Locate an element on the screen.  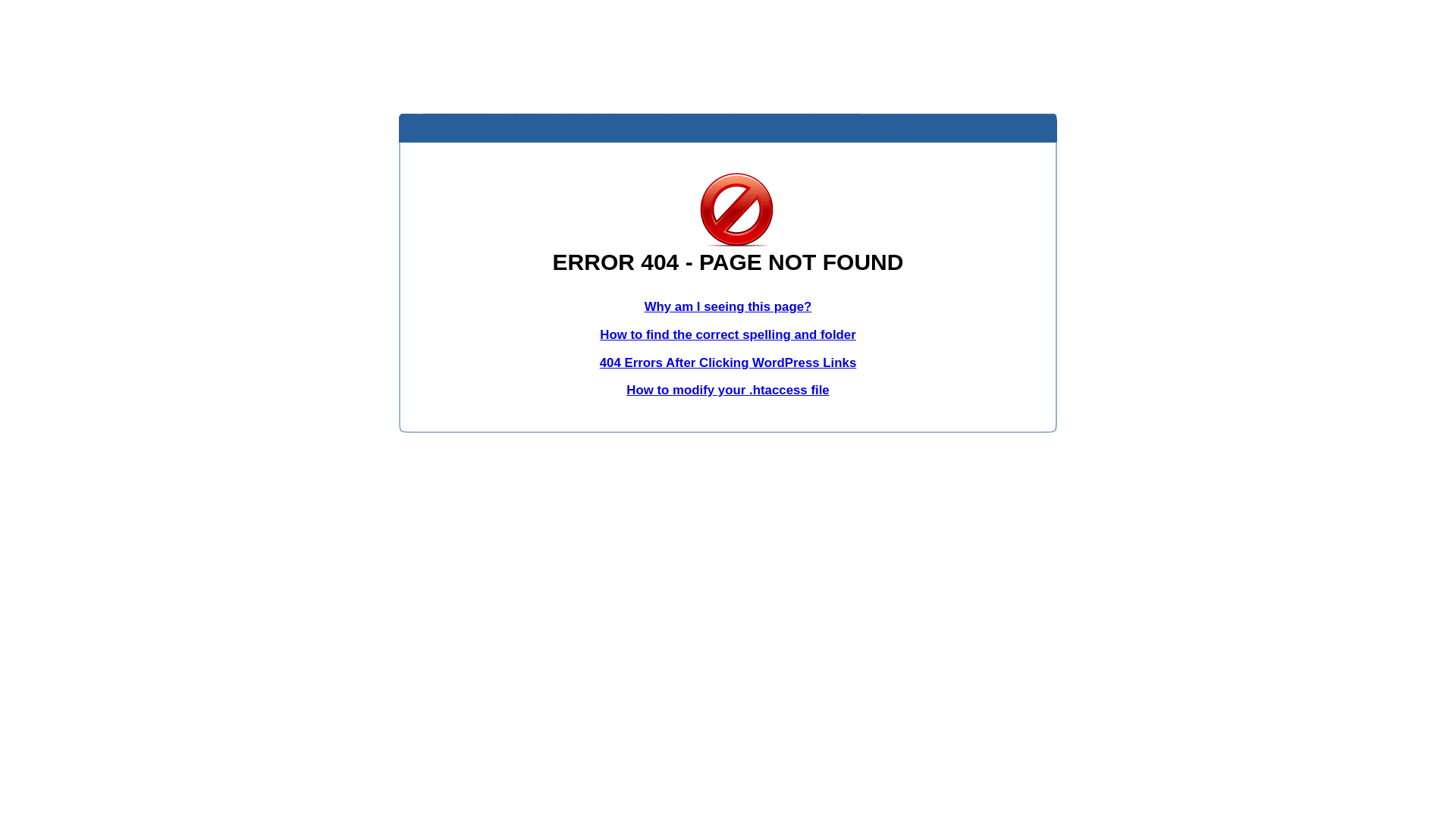
'Why am I seeing this page?' is located at coordinates (728, 306).